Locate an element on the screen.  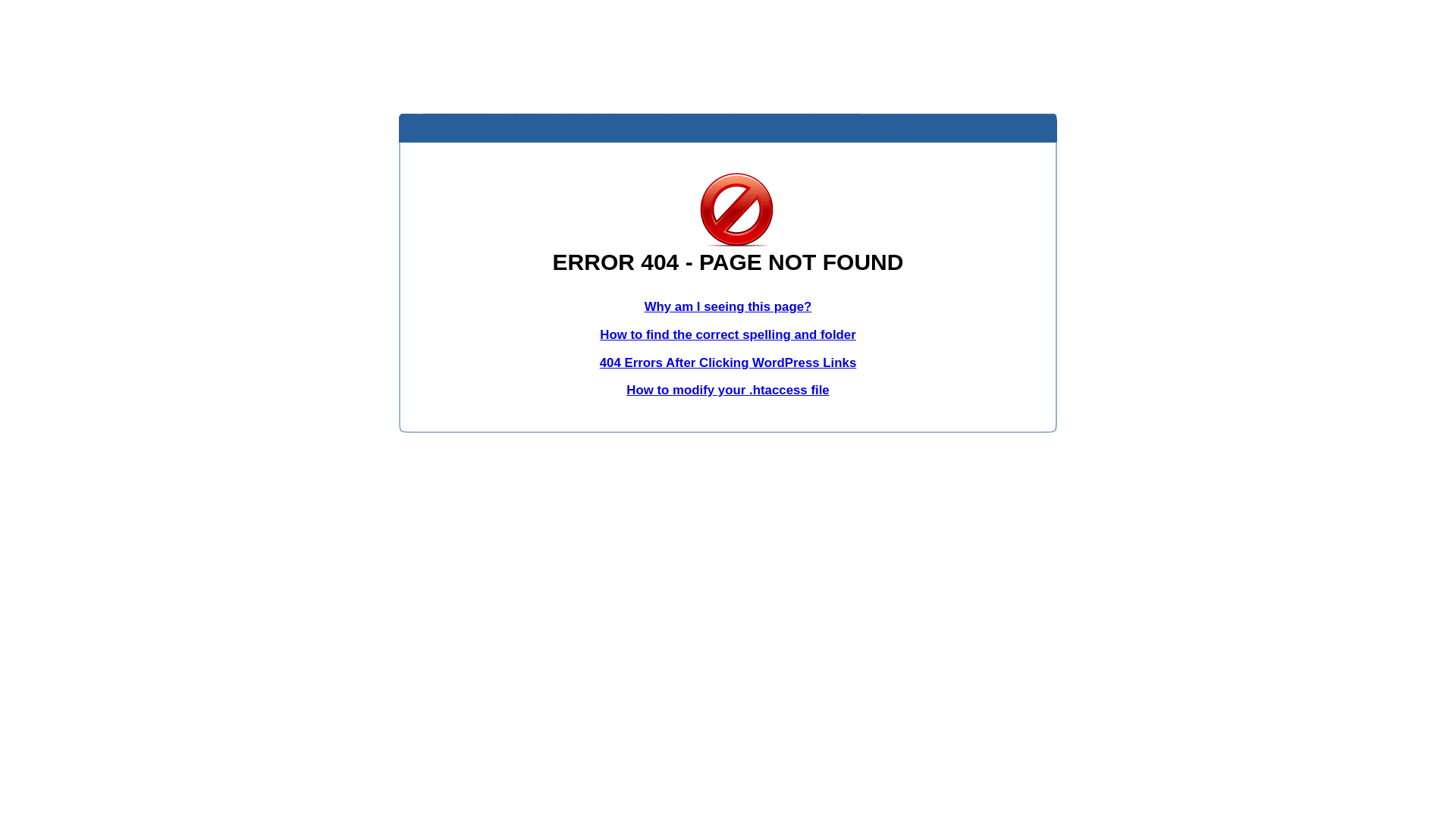
'Why am I seeing this page?' is located at coordinates (728, 306).